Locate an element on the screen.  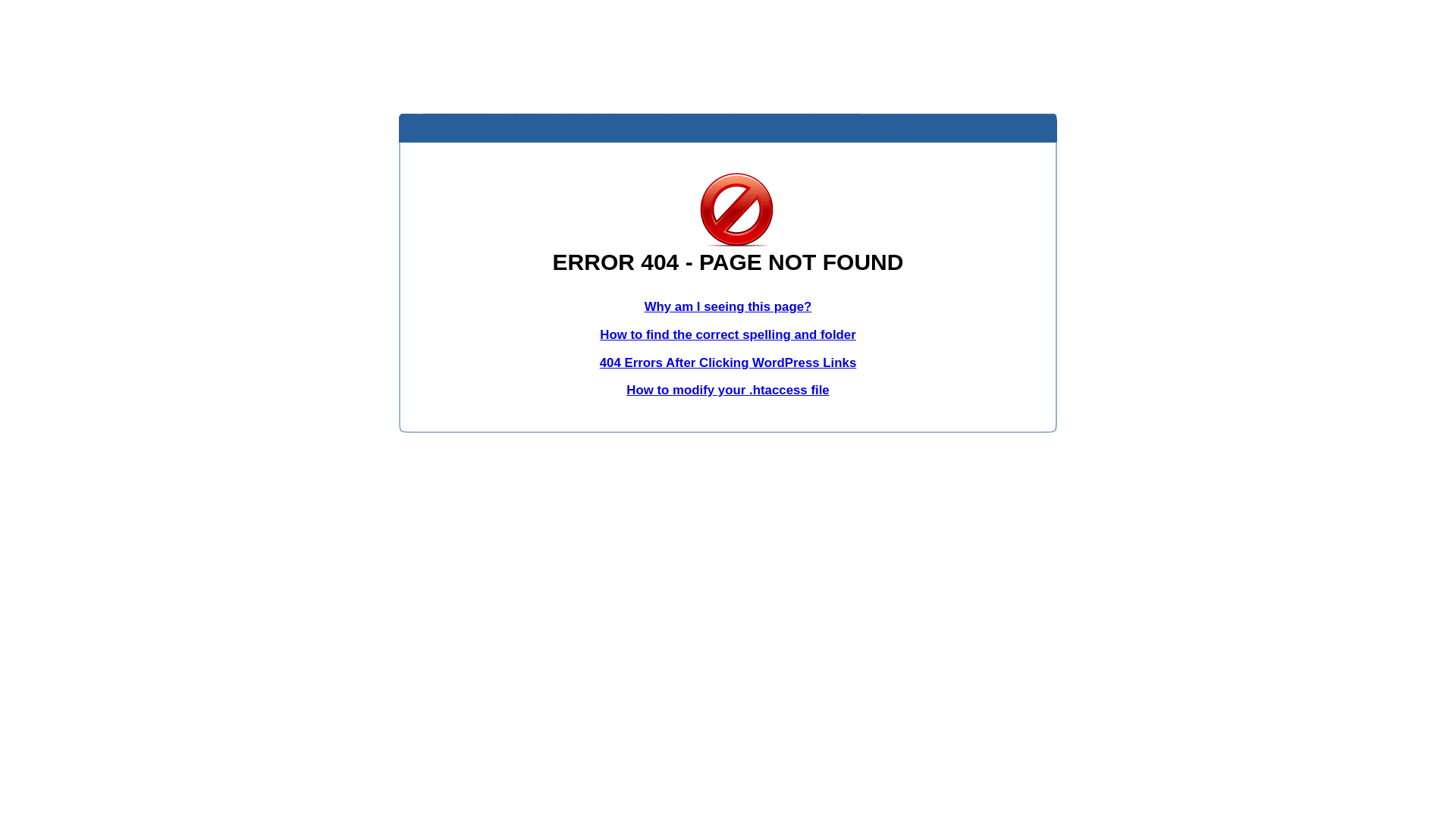
'Why am I seeing this page?' is located at coordinates (728, 306).